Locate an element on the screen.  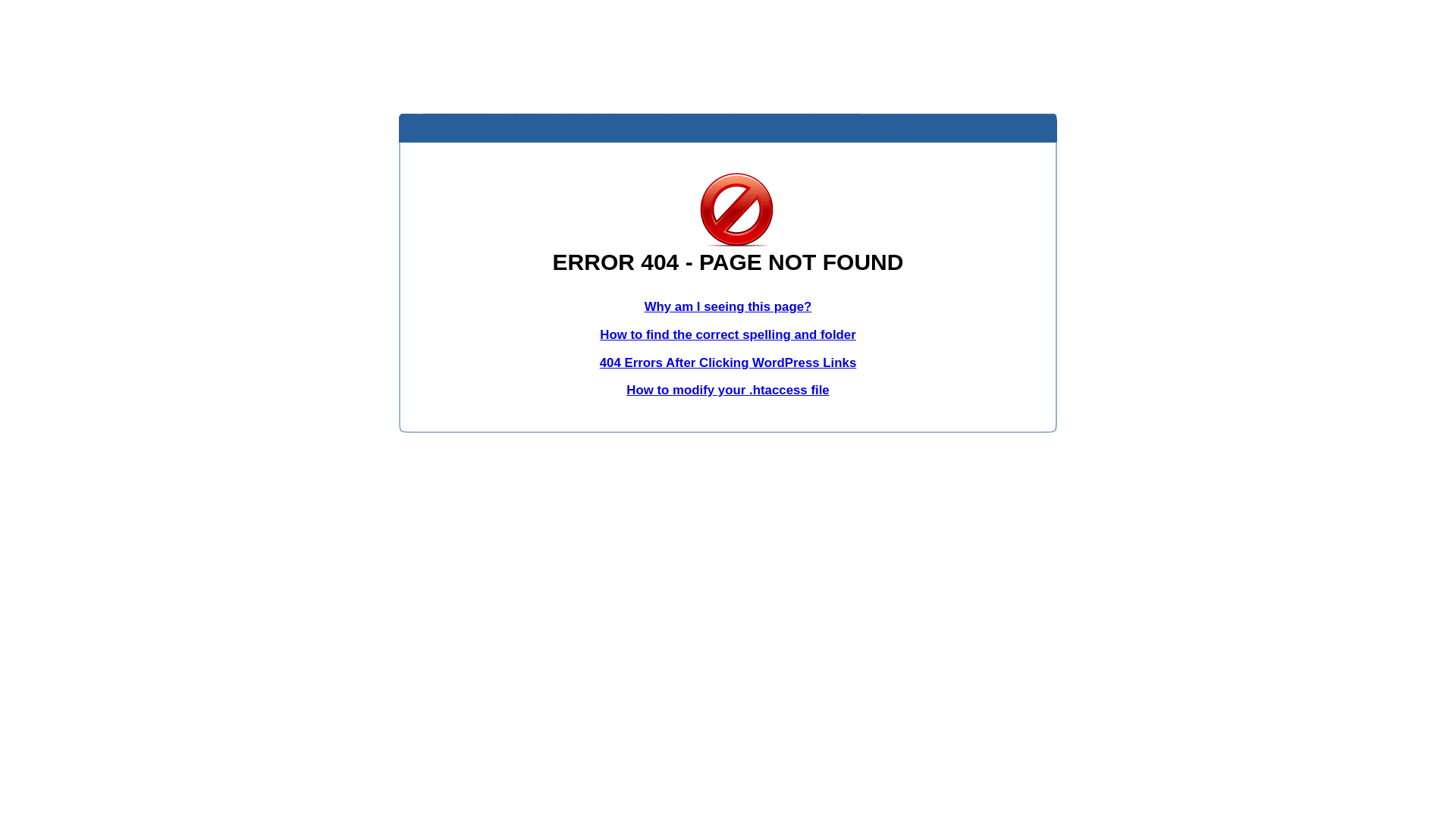
'Why am I seeing this page?' is located at coordinates (728, 306).